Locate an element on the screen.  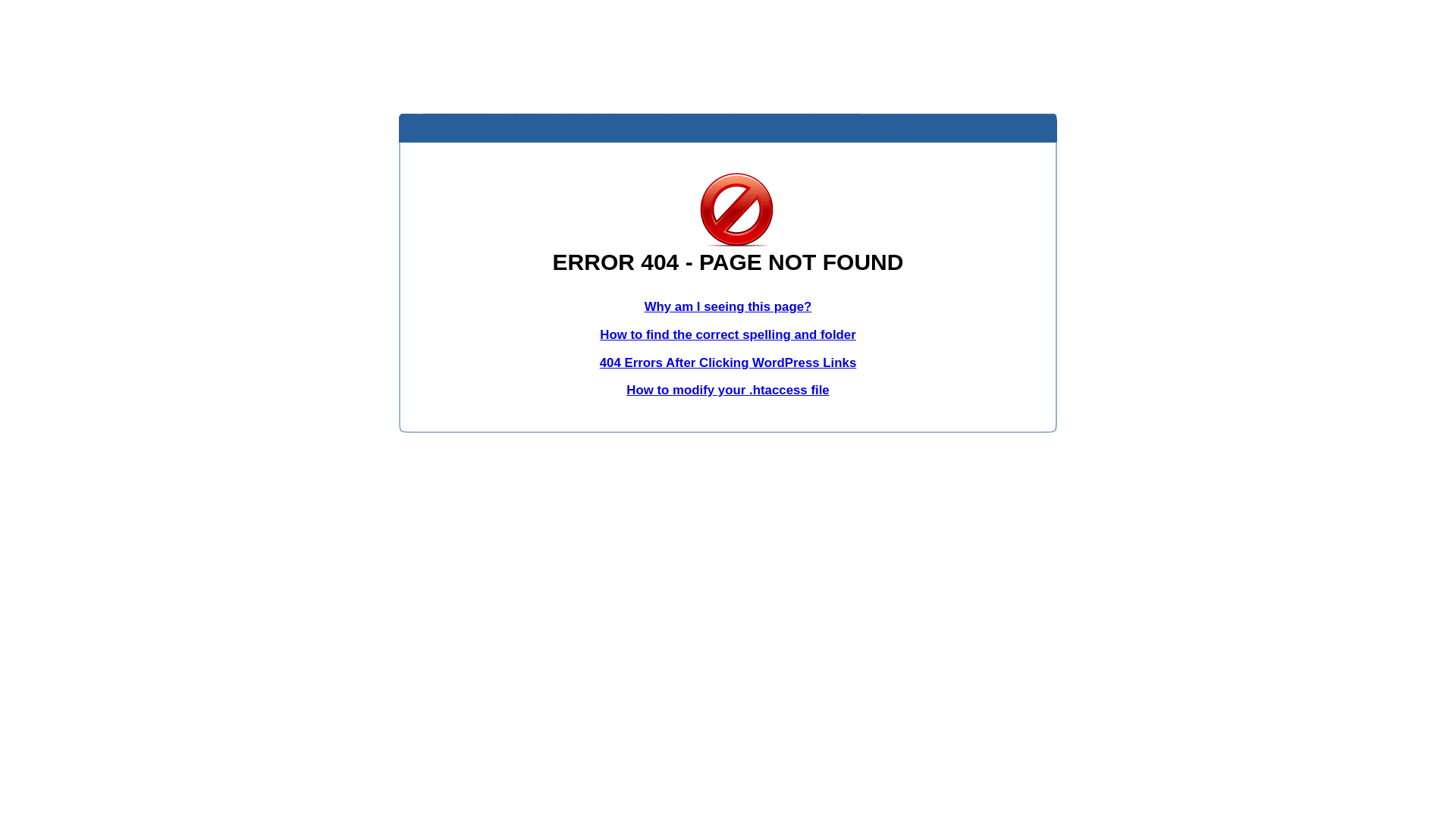
'Why am I seeing this page?' is located at coordinates (728, 306).